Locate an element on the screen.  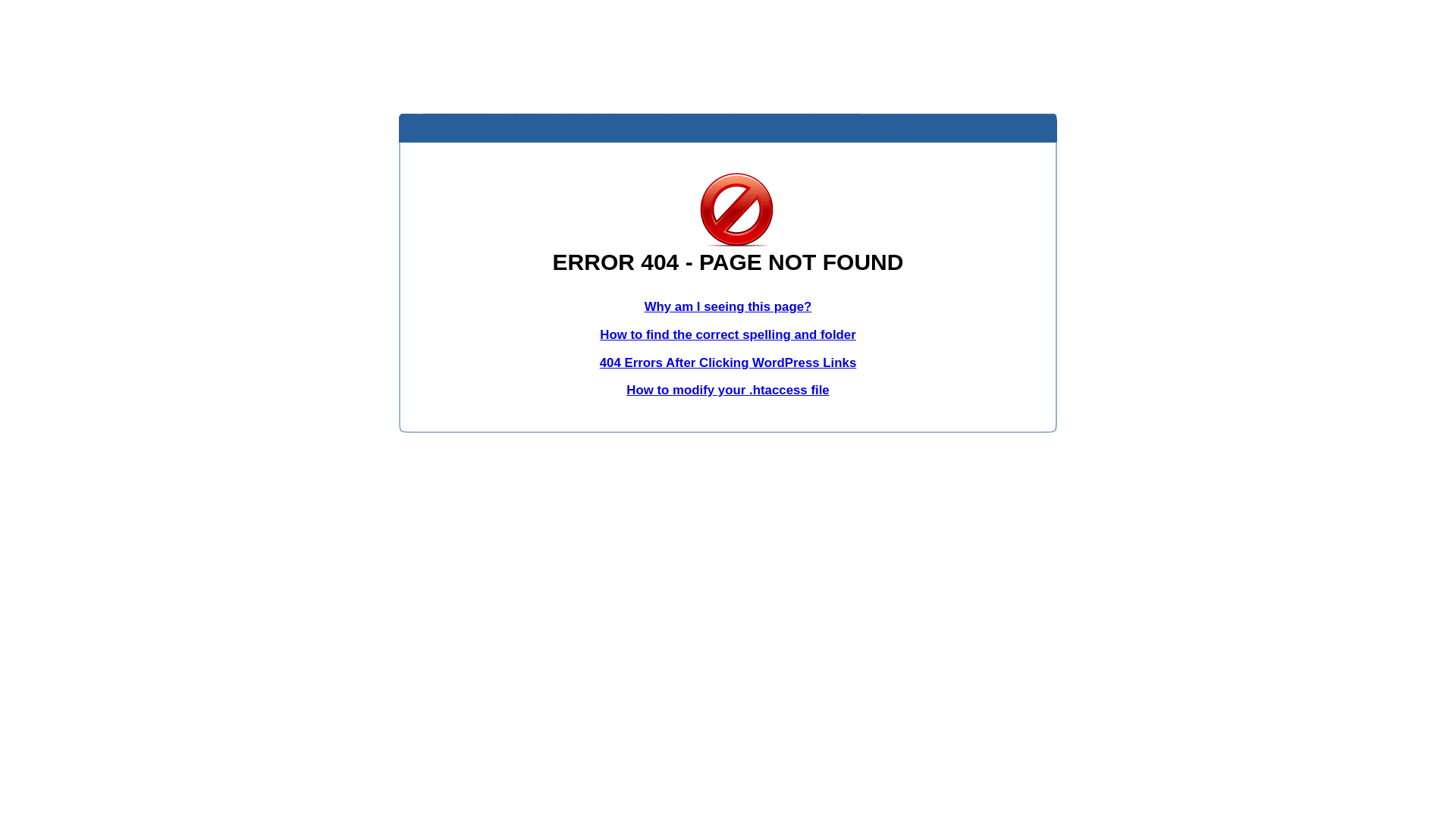
'Why am I seeing this page?' is located at coordinates (728, 306).